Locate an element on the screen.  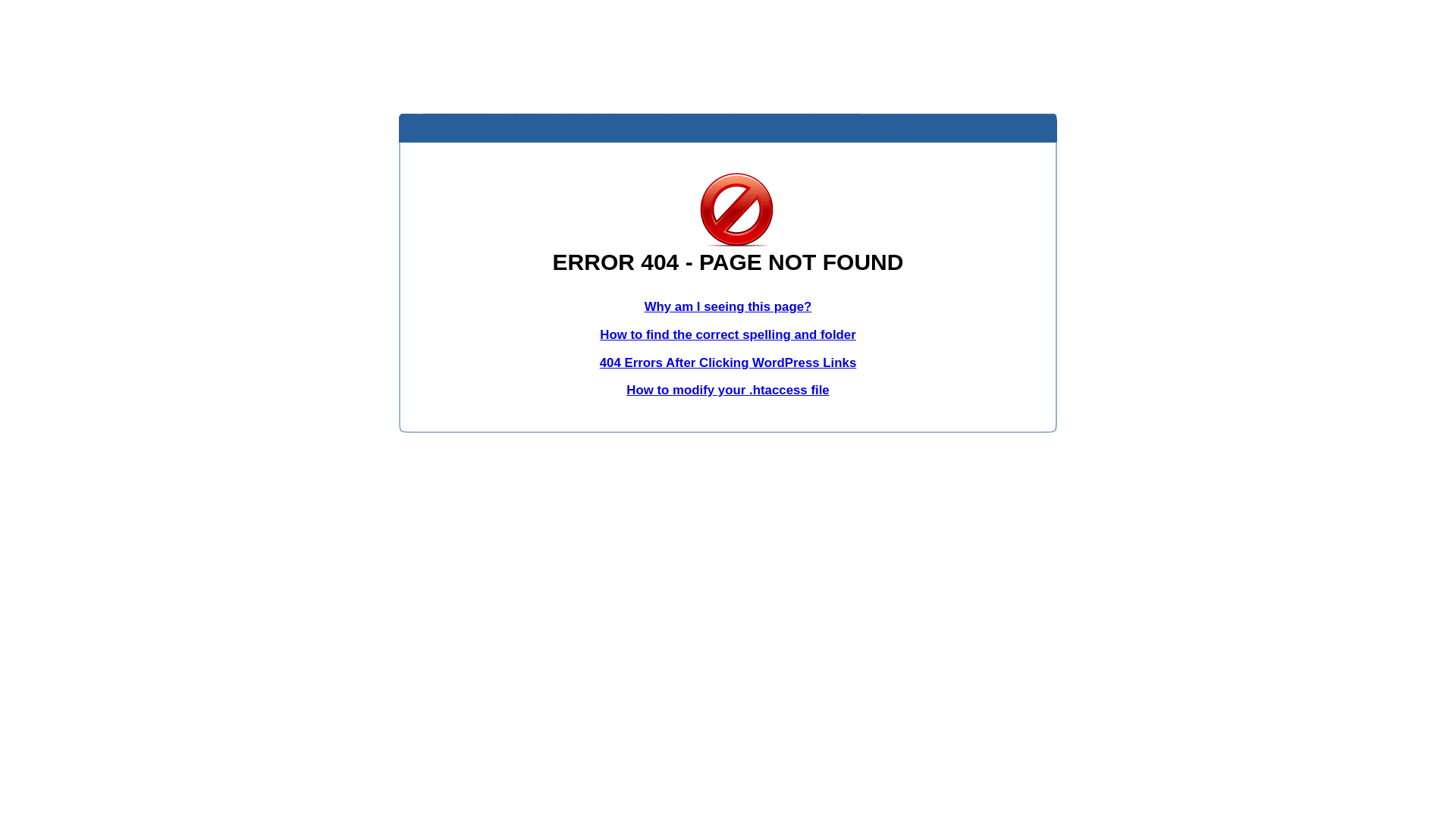
'Why am I seeing this page?' is located at coordinates (728, 306).